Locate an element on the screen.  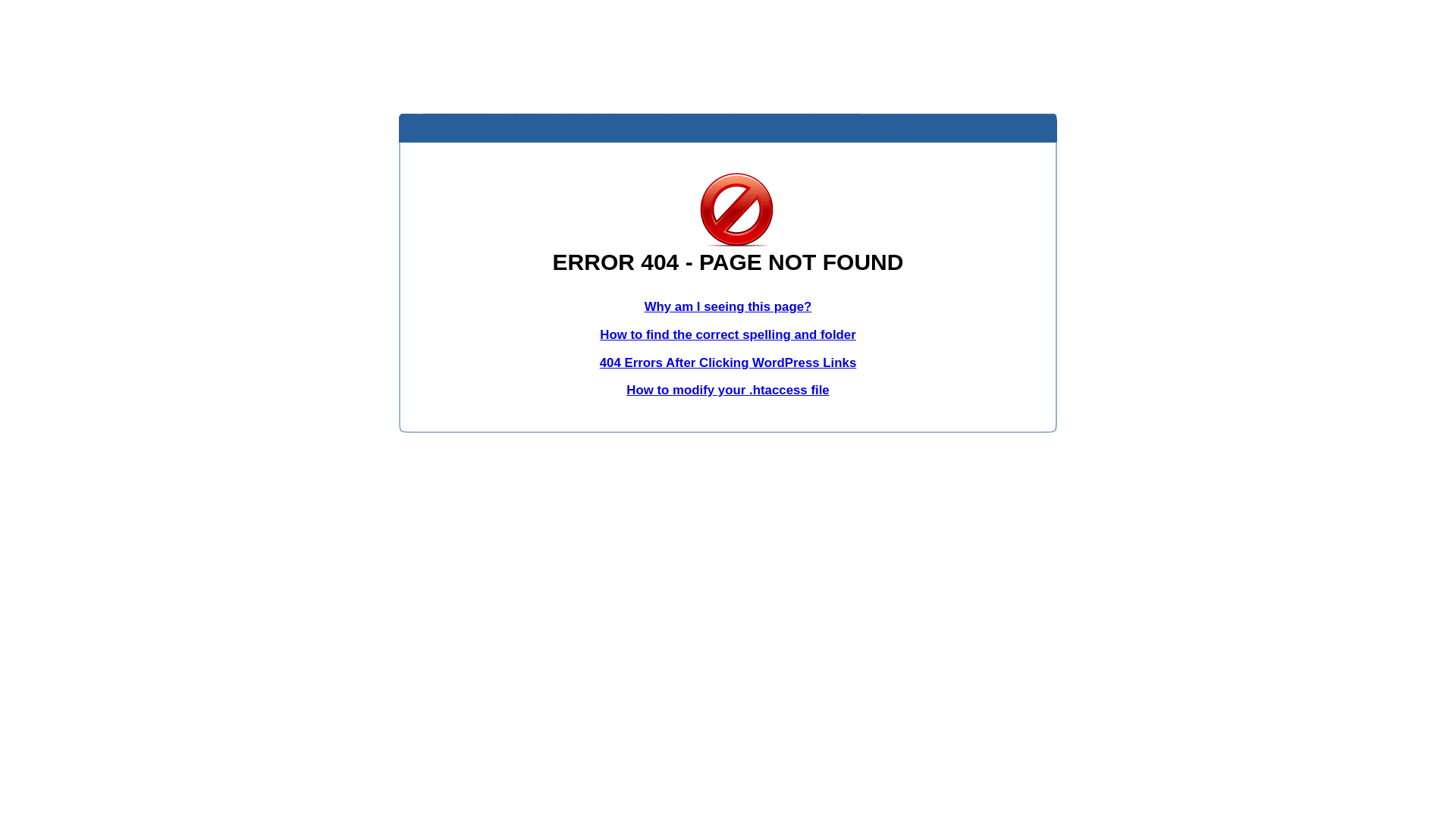
'Why am I seeing this page?' is located at coordinates (728, 306).